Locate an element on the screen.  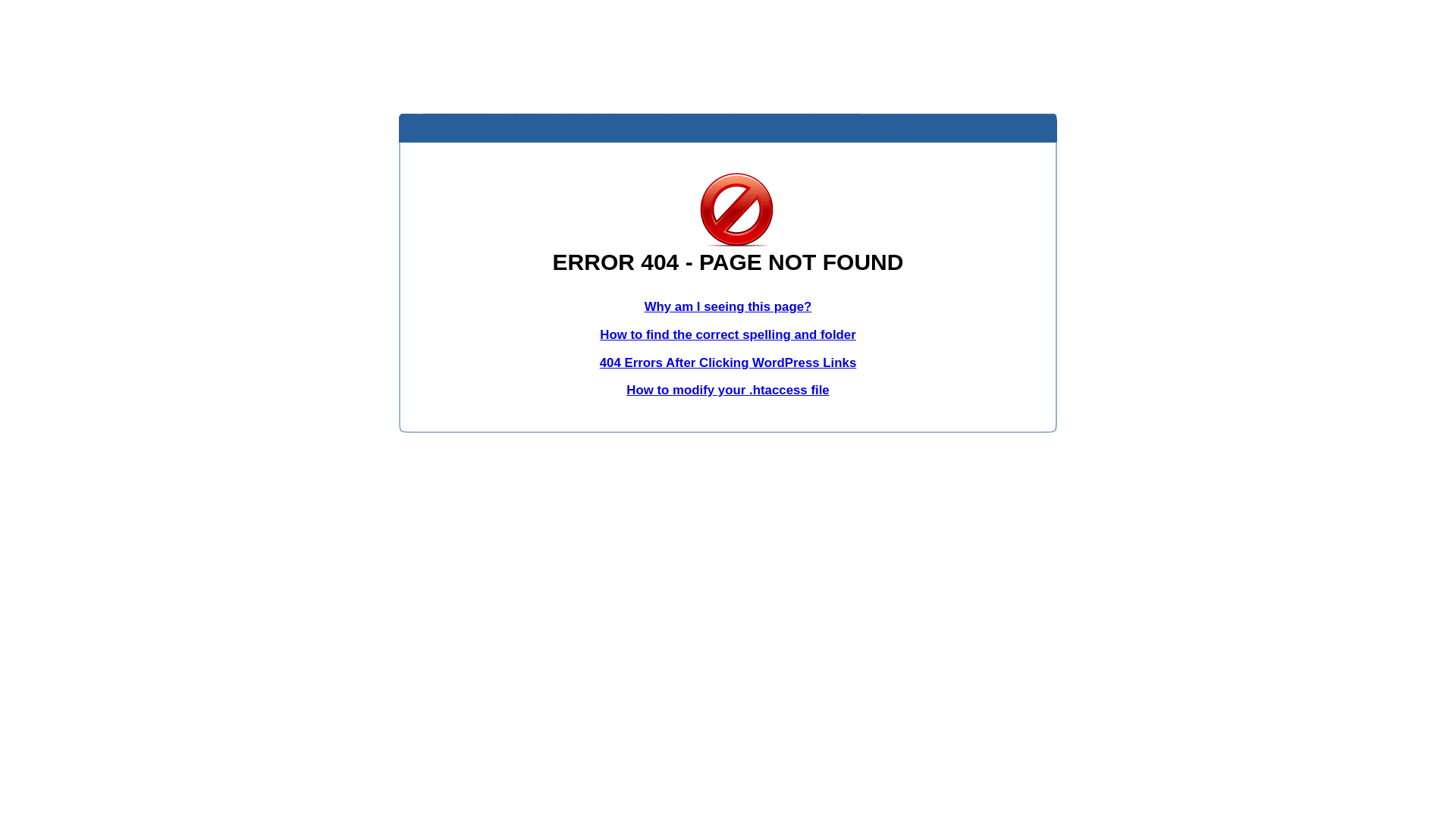
'Why am I seeing this page?' is located at coordinates (728, 306).